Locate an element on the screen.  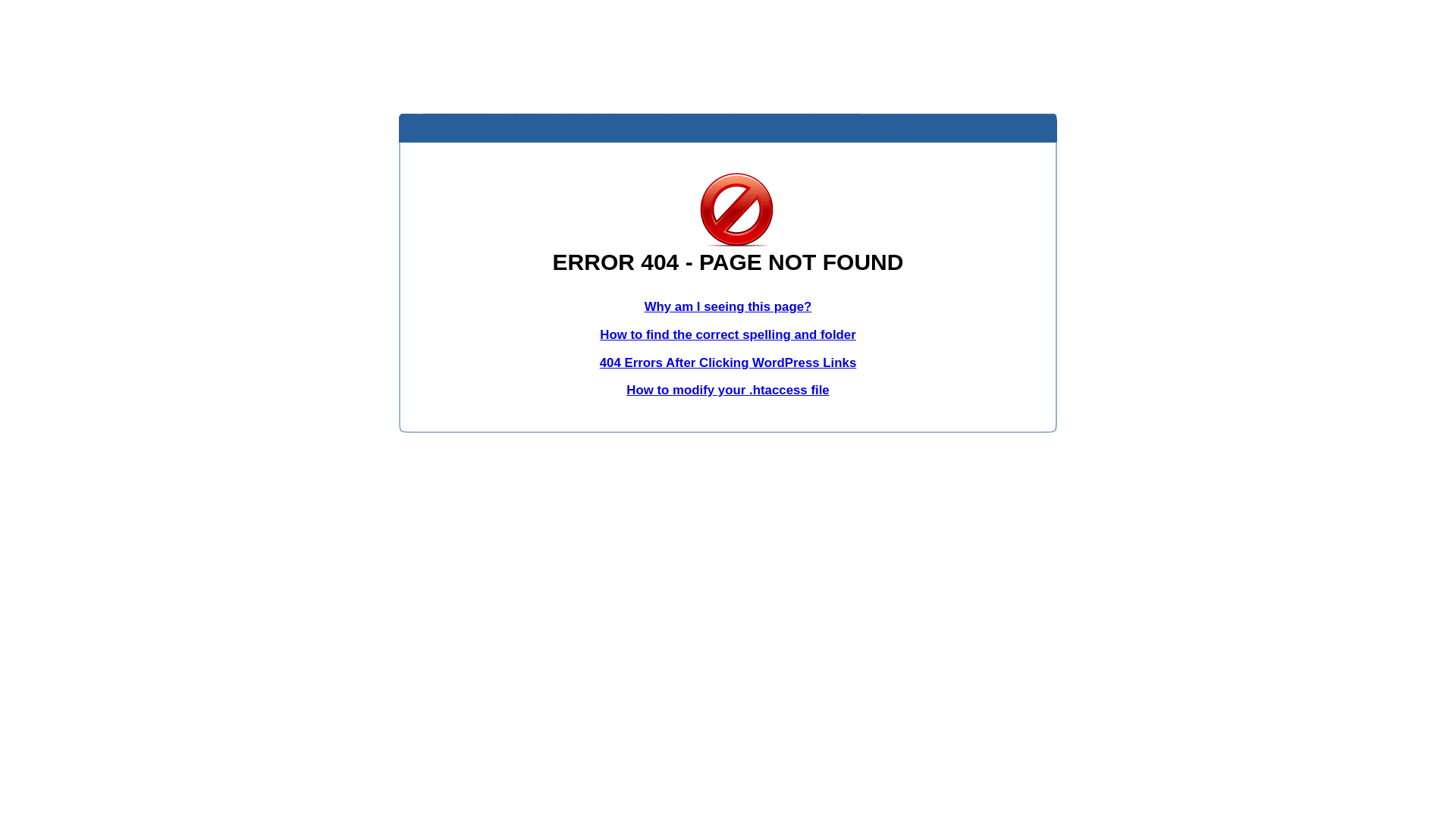
'Why am I seeing this page?' is located at coordinates (728, 306).